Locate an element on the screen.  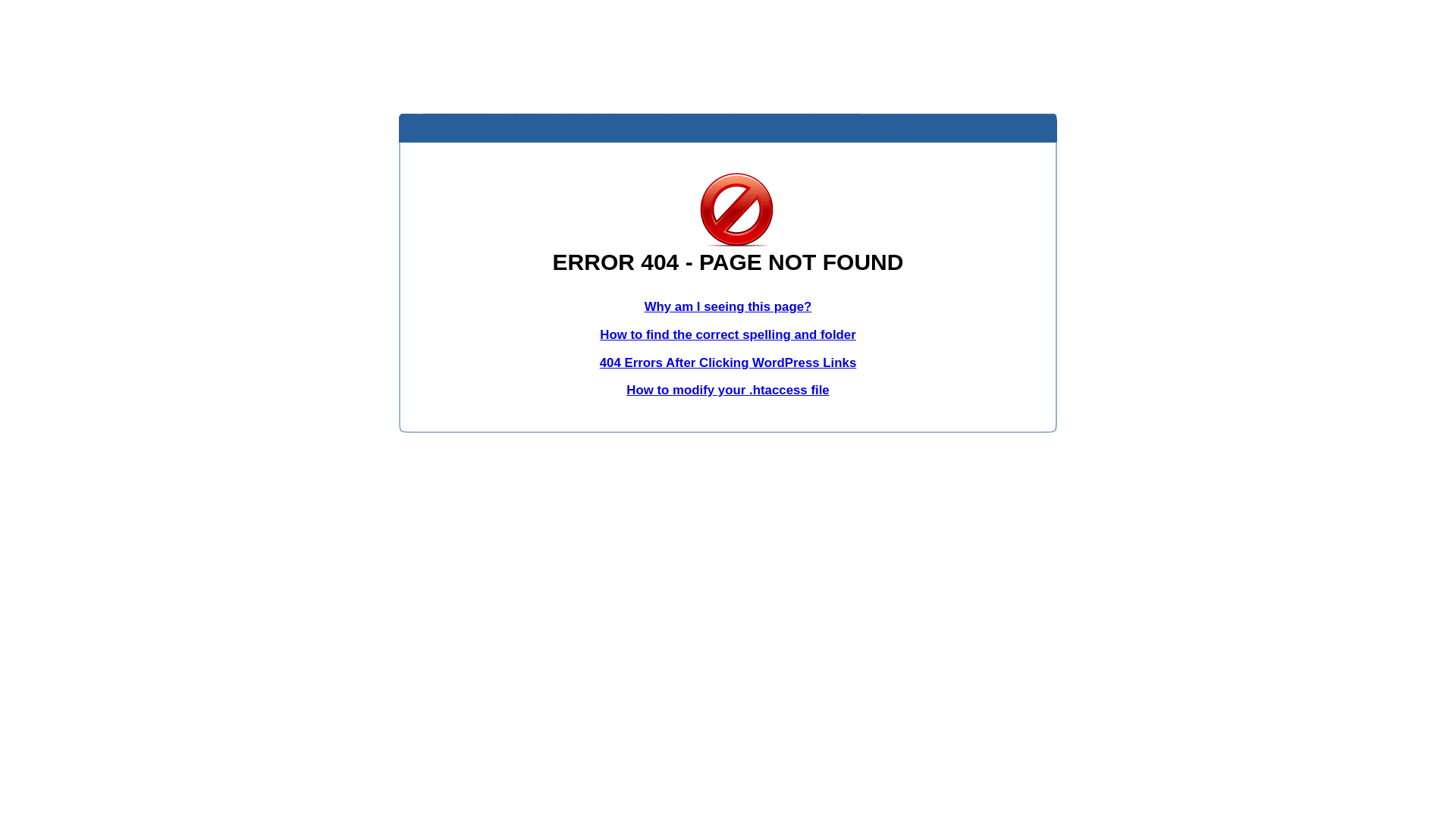
'Why am I seeing this page?' is located at coordinates (728, 306).